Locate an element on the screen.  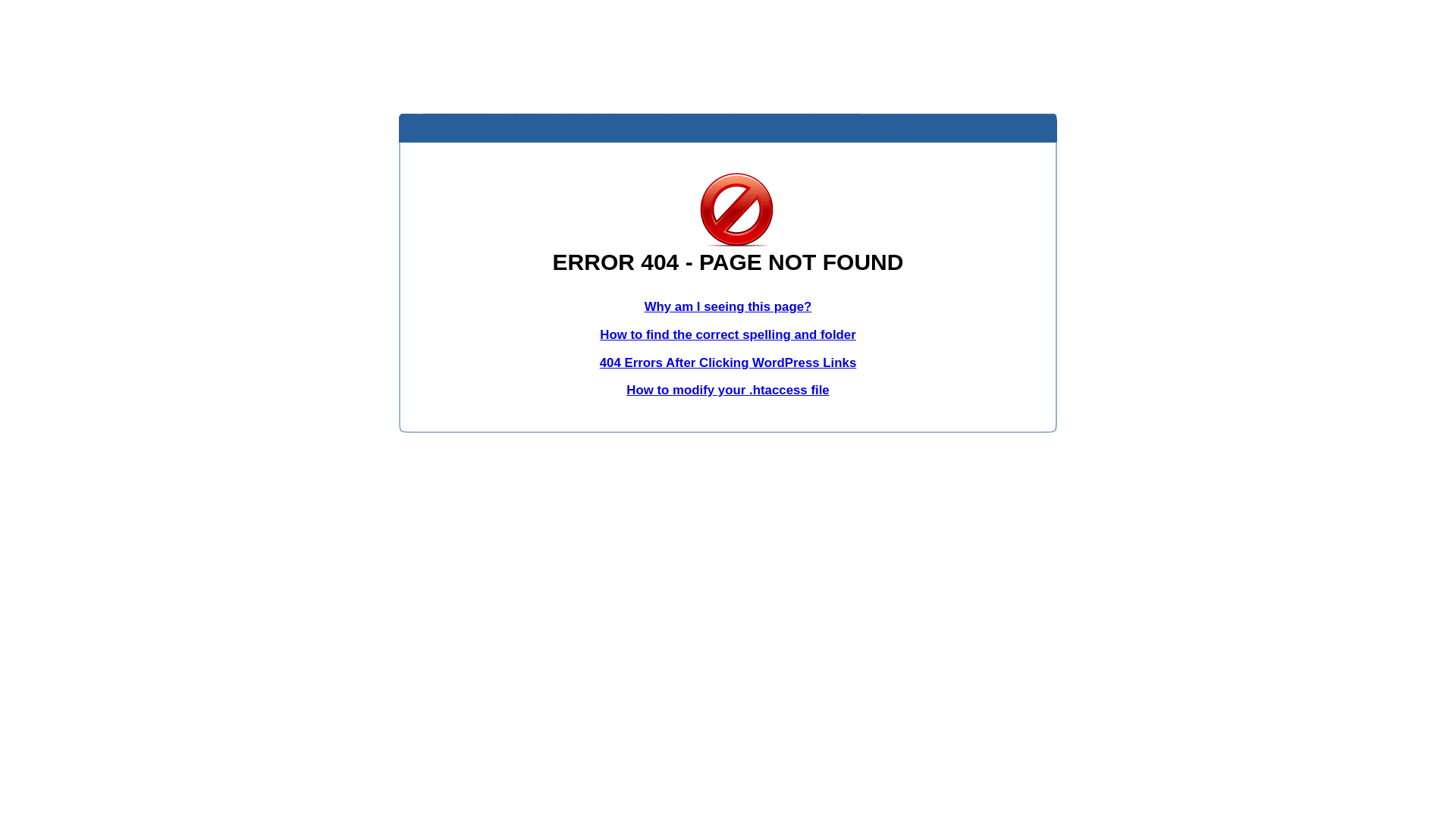
'Why am I seeing this page?' is located at coordinates (728, 306).